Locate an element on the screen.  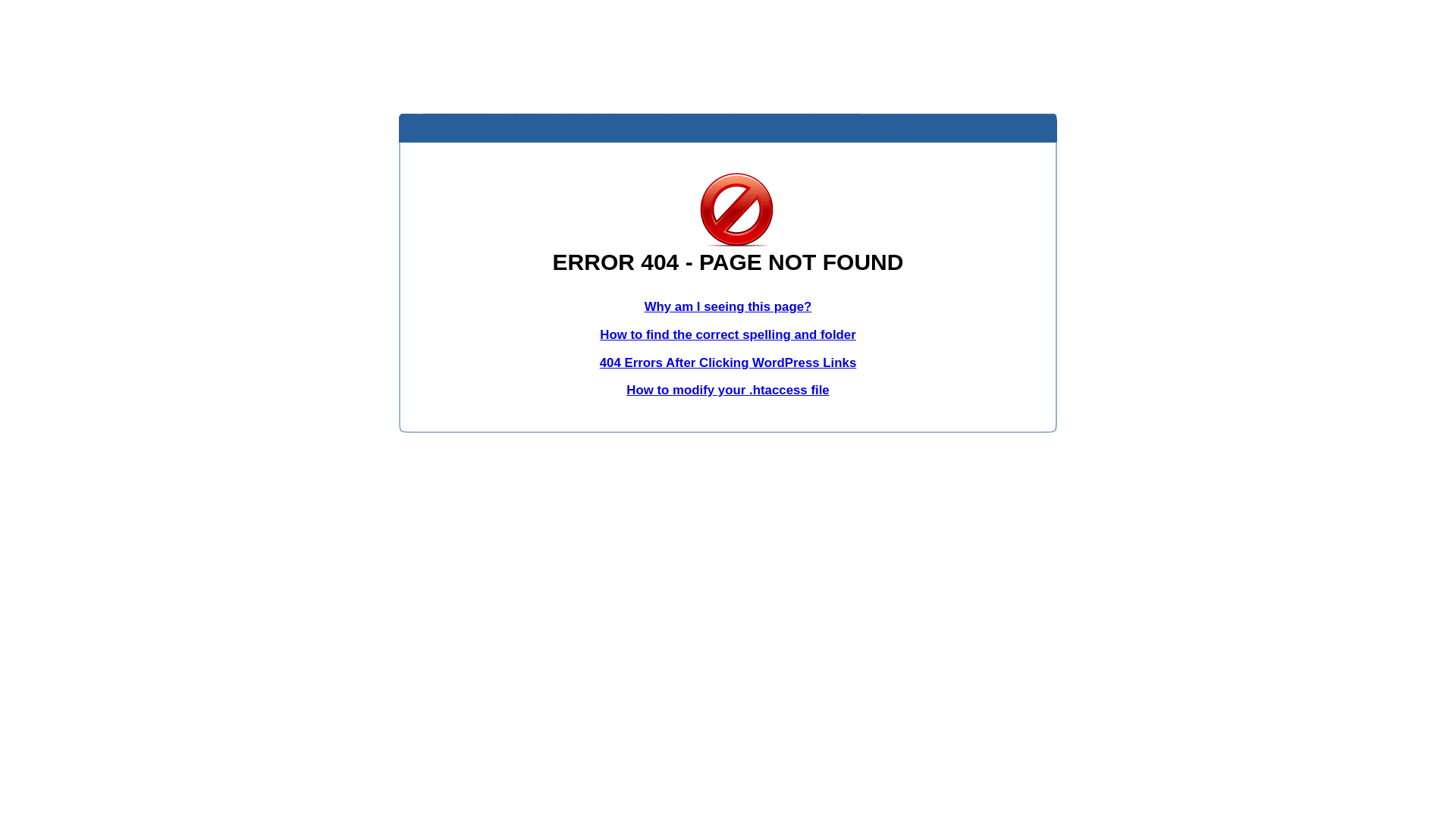
'Why am I seeing this page?' is located at coordinates (728, 306).